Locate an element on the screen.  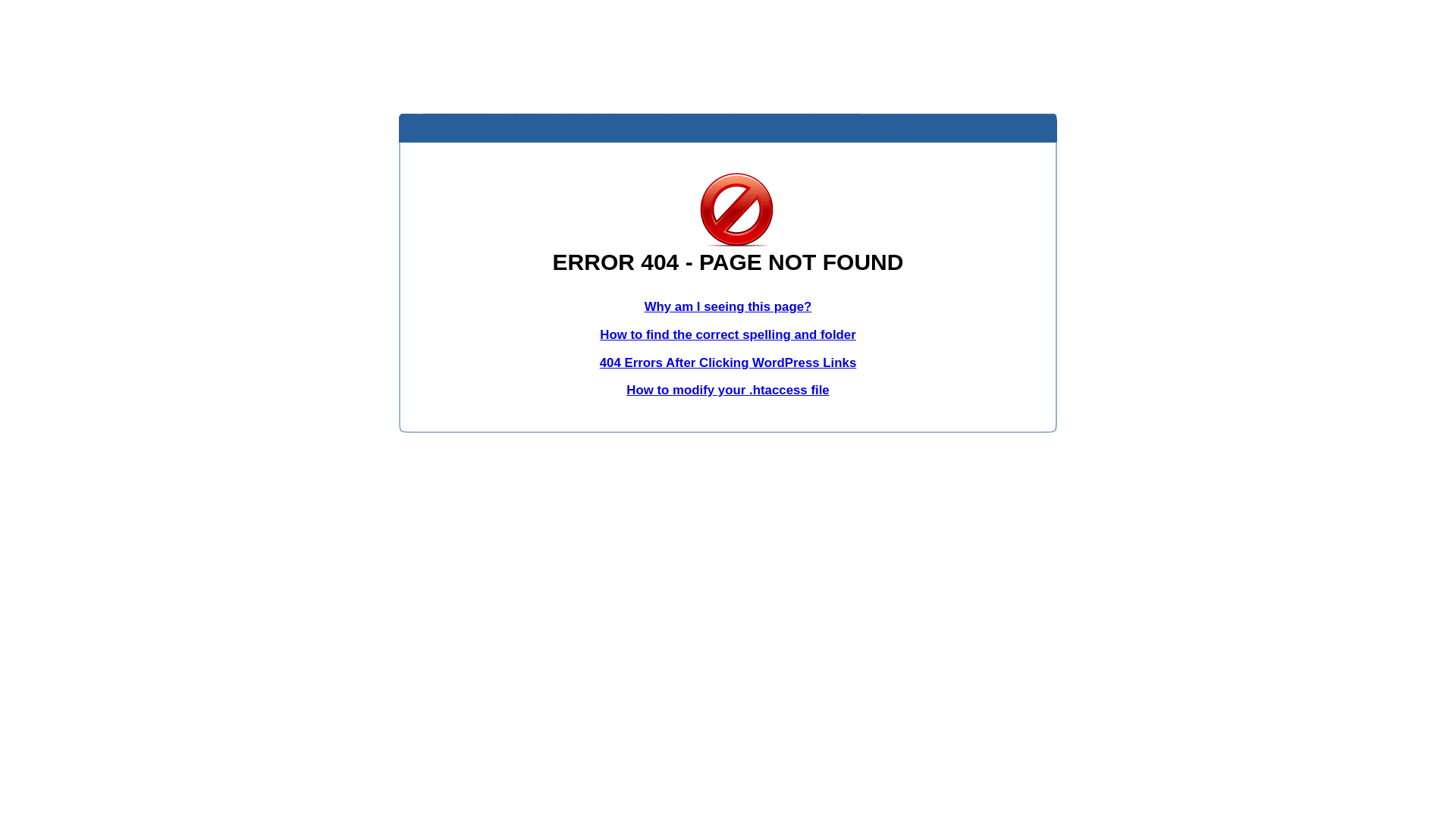
'Why am I seeing this page?' is located at coordinates (728, 306).